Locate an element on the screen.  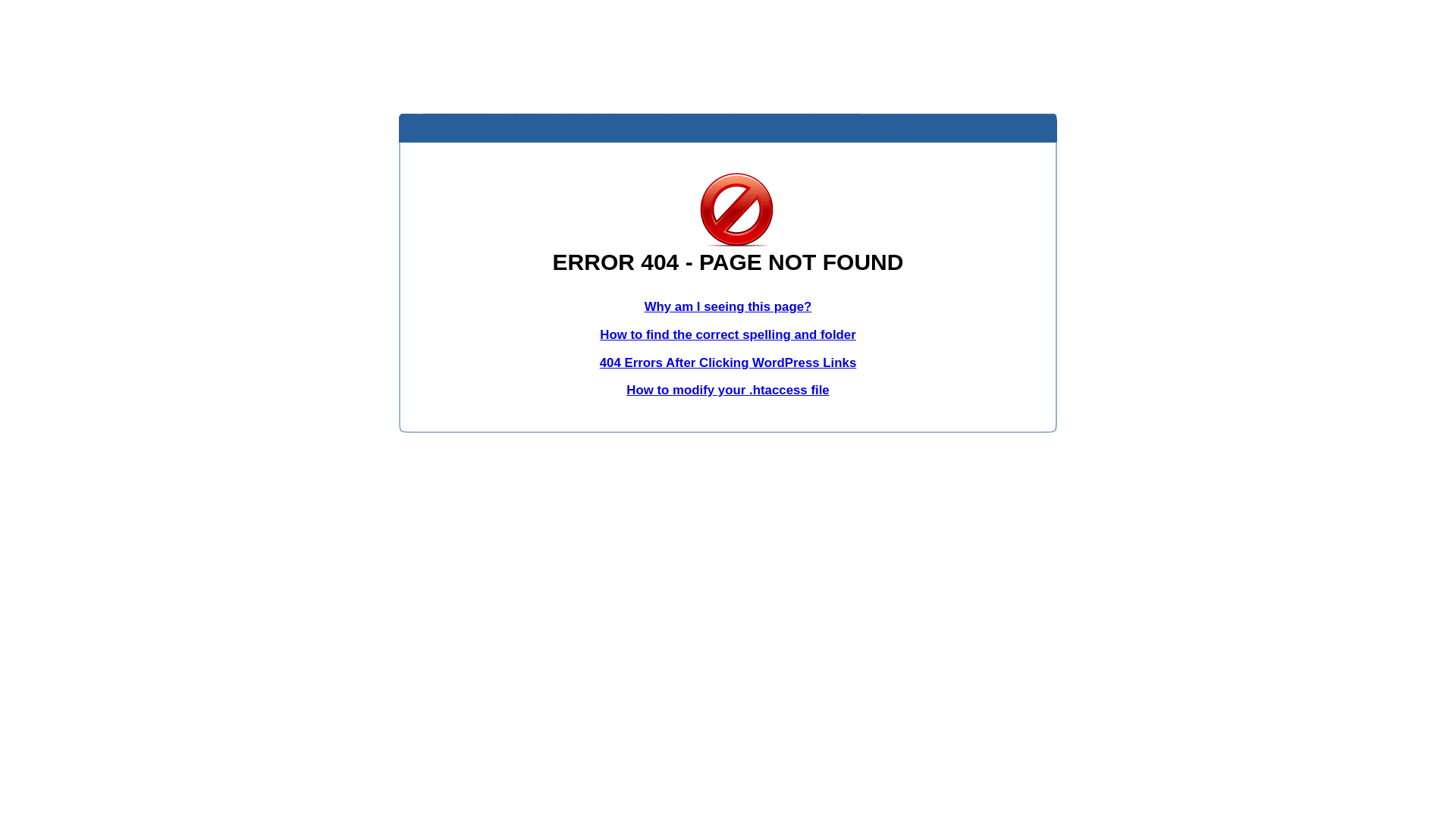
'Why am I seeing this page?' is located at coordinates (728, 306).